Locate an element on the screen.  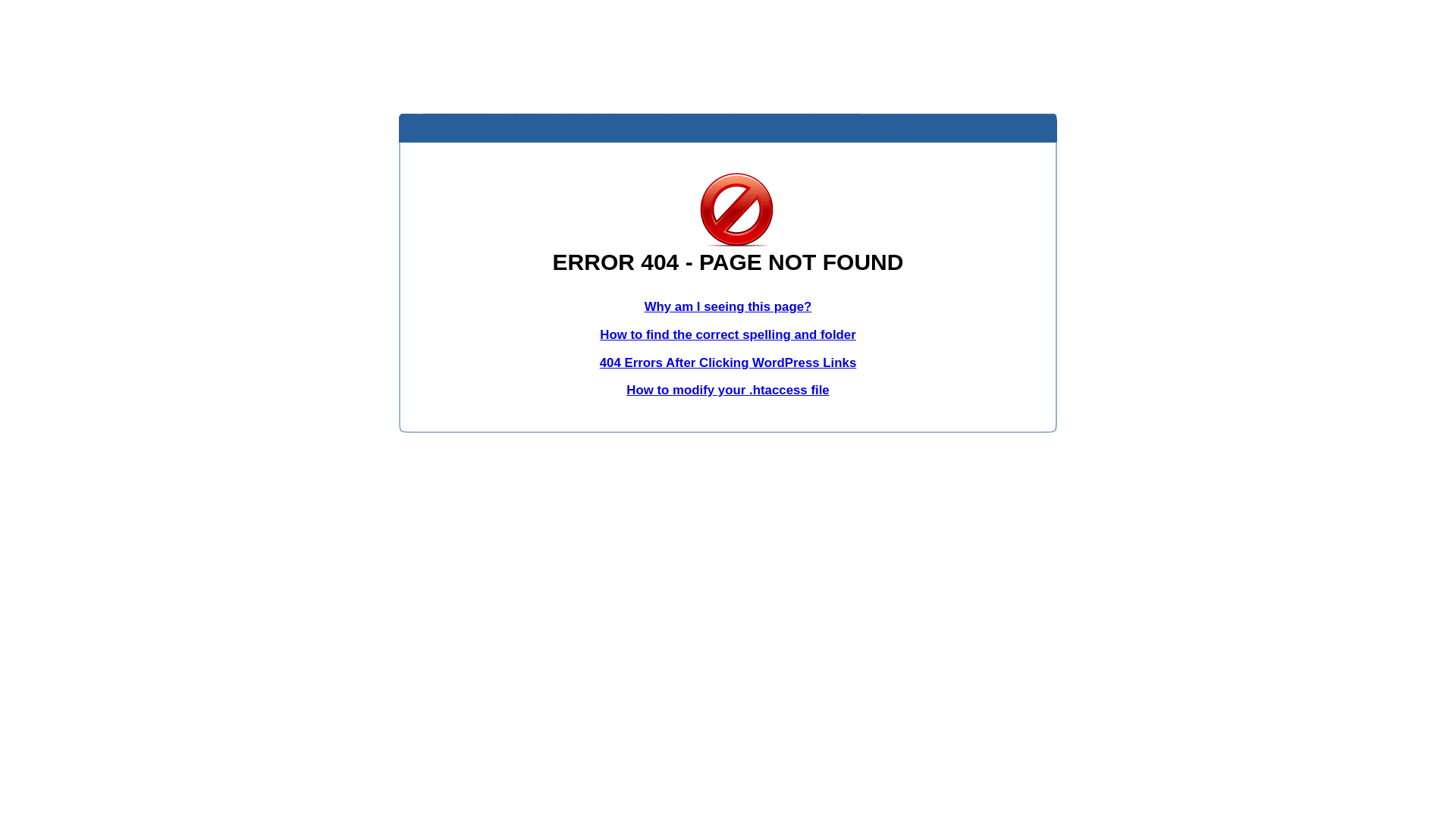
'Why am I seeing this page?' is located at coordinates (728, 306).